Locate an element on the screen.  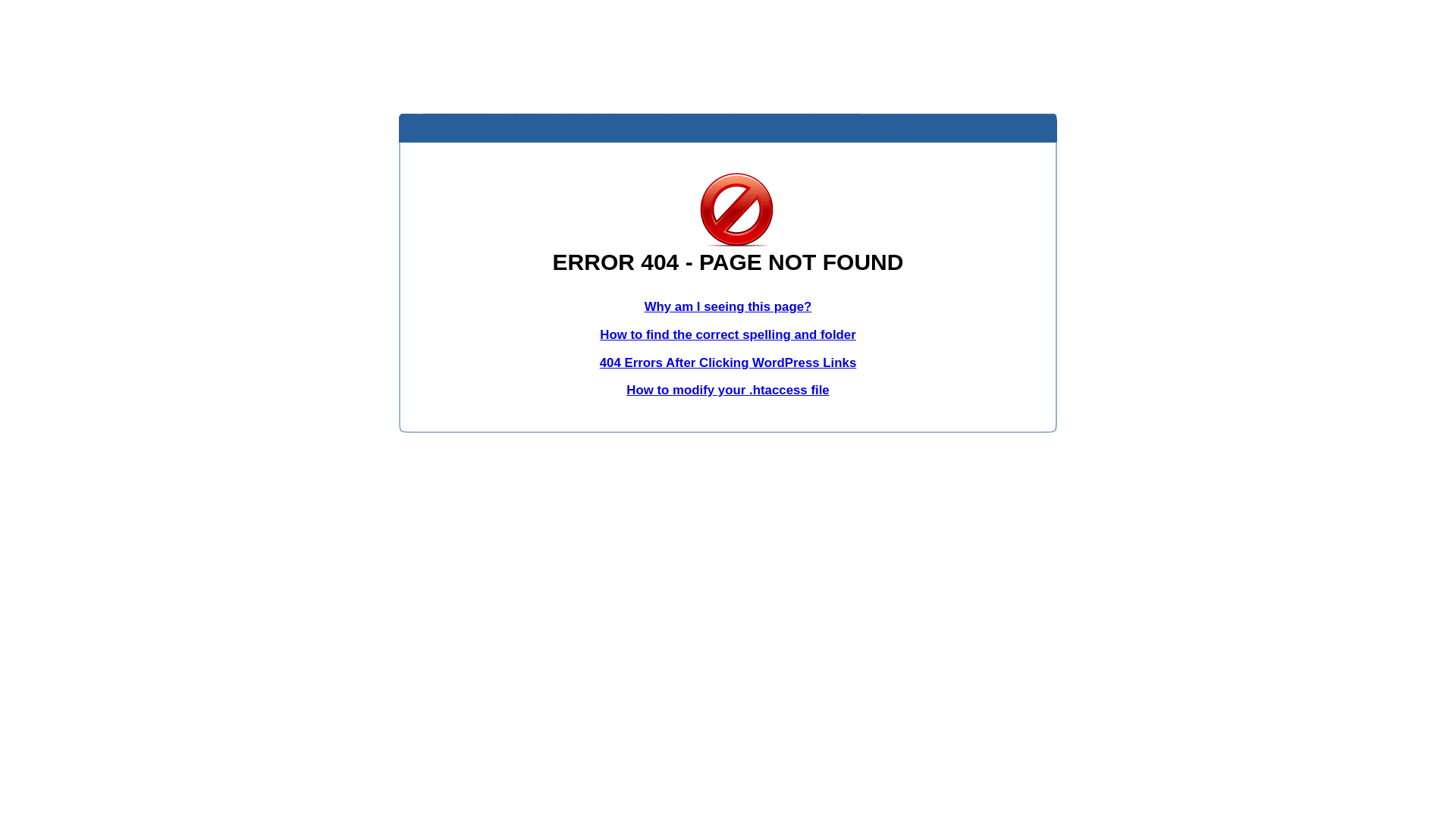
'Why am I seeing this page?' is located at coordinates (728, 306).